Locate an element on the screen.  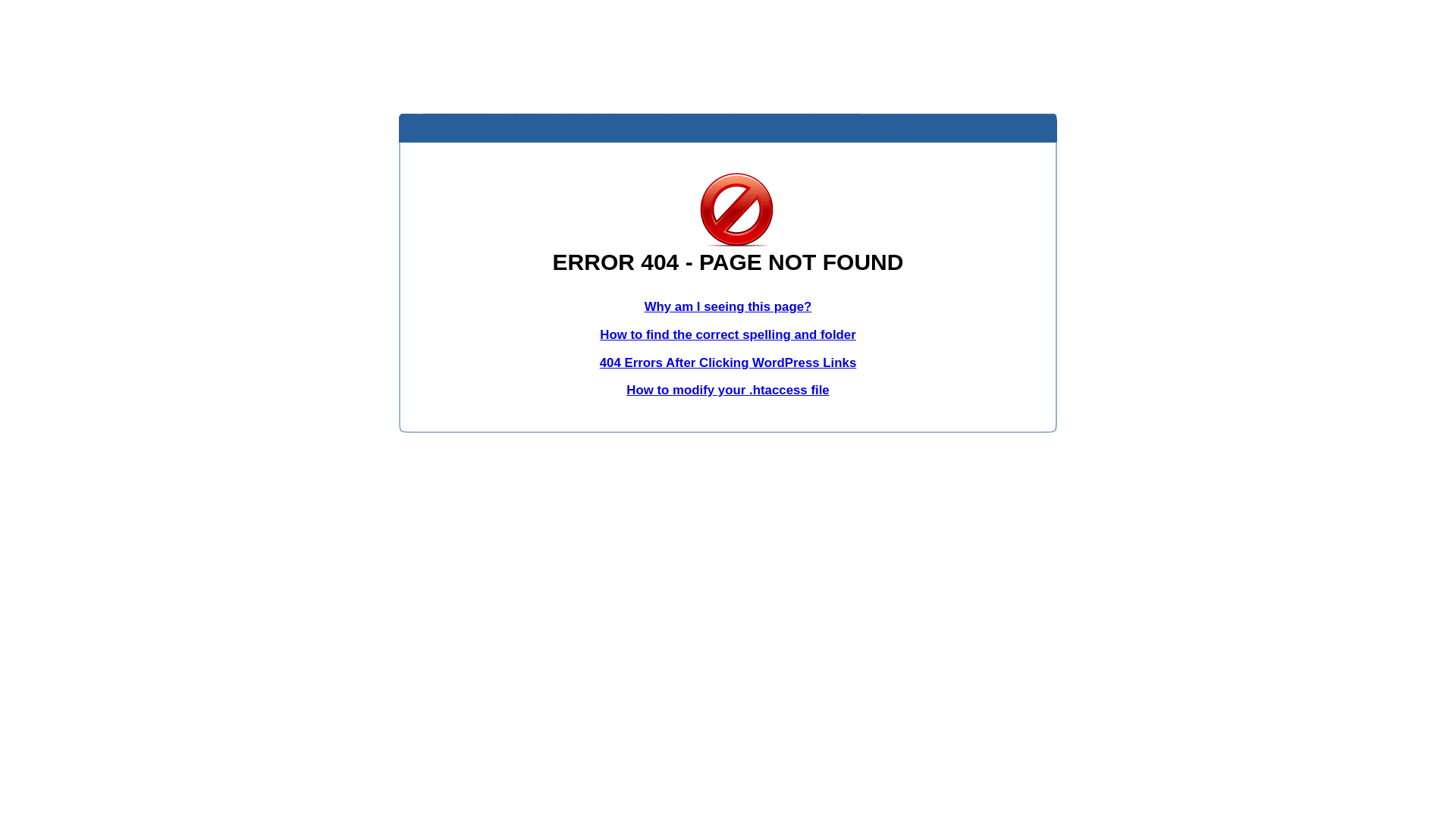
'Why am I seeing this page?' is located at coordinates (728, 306).